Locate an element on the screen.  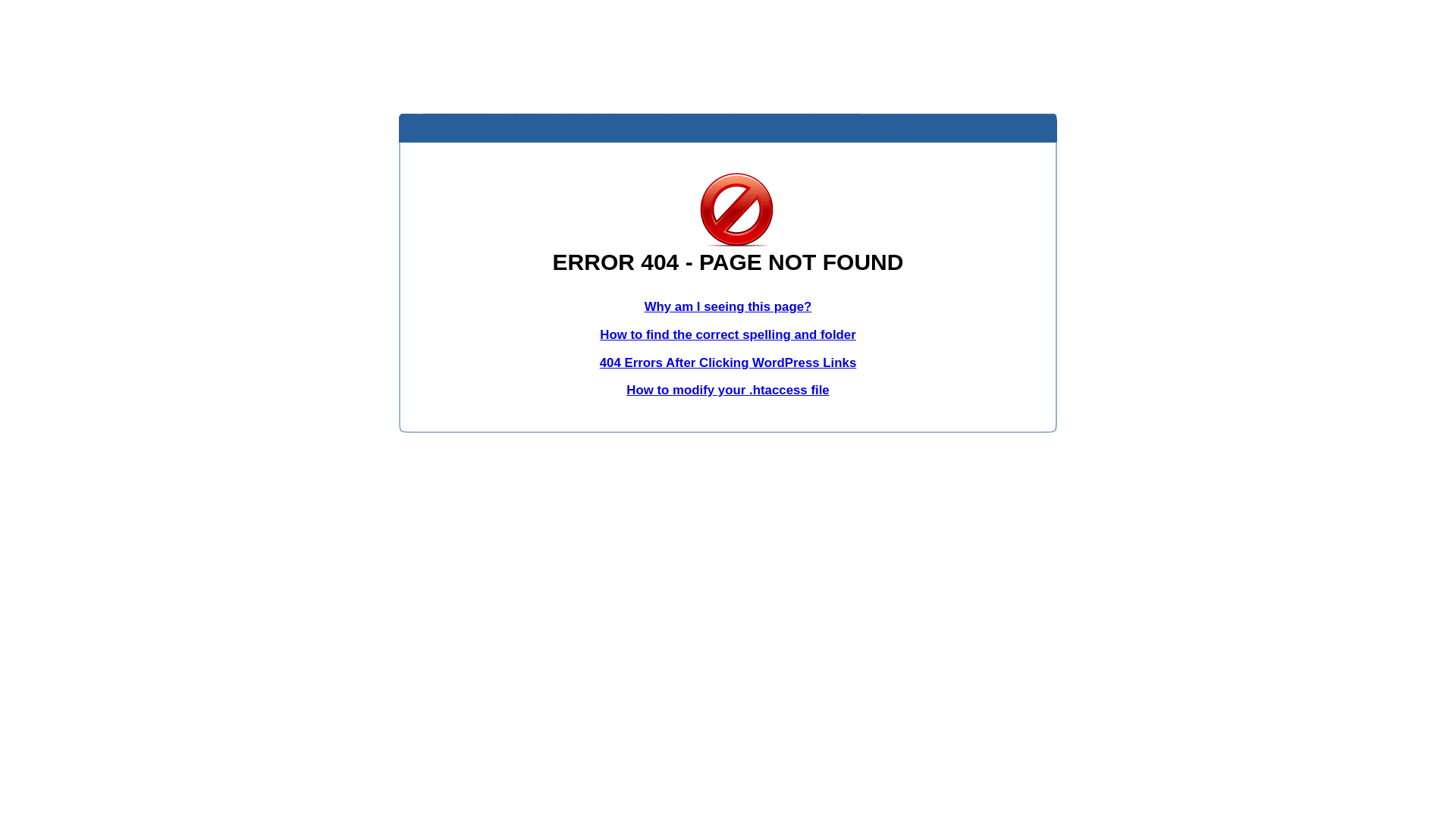
'Why am I seeing this page?' is located at coordinates (728, 306).